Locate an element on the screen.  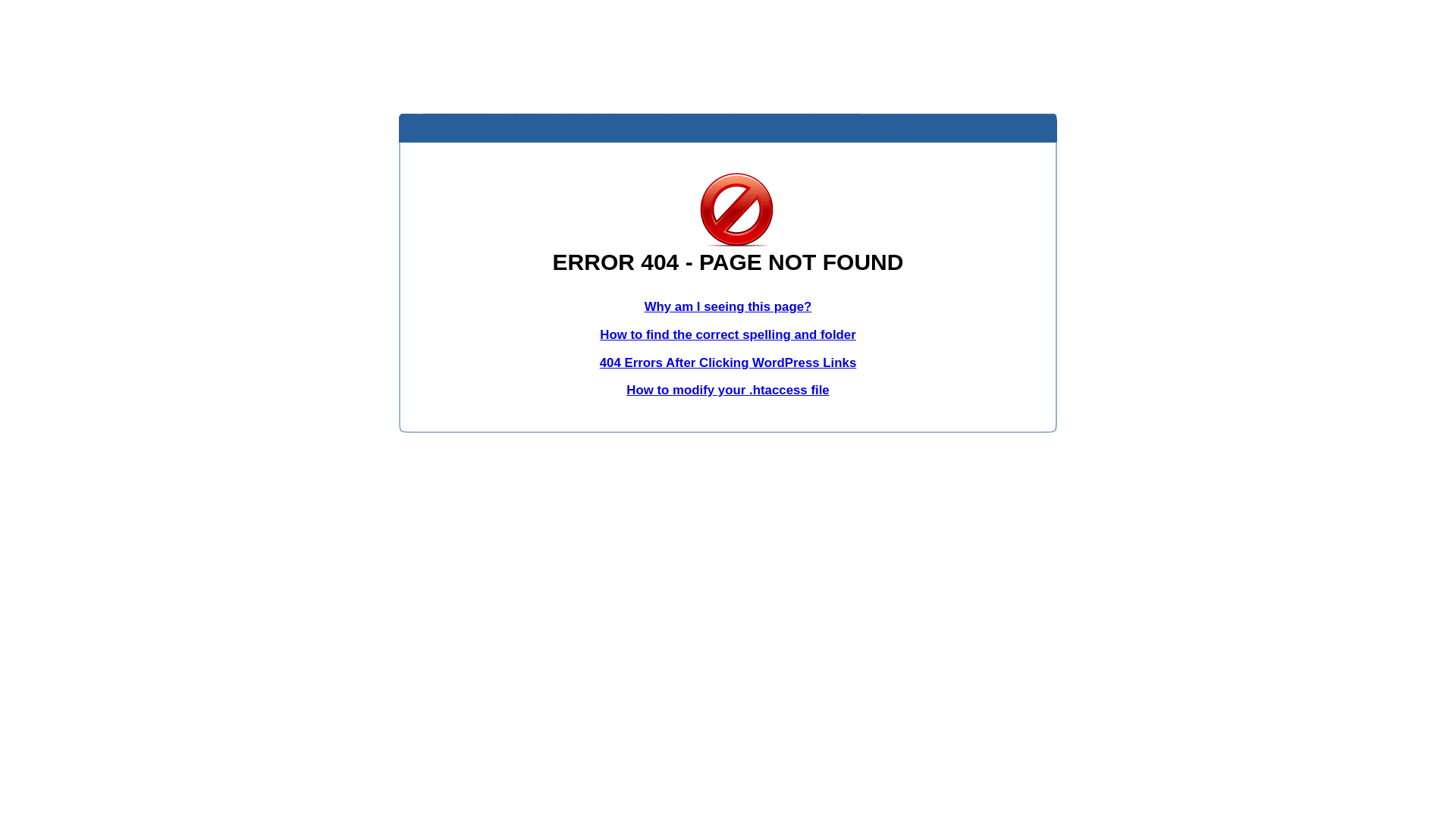
'Why am I seeing this page?' is located at coordinates (728, 306).